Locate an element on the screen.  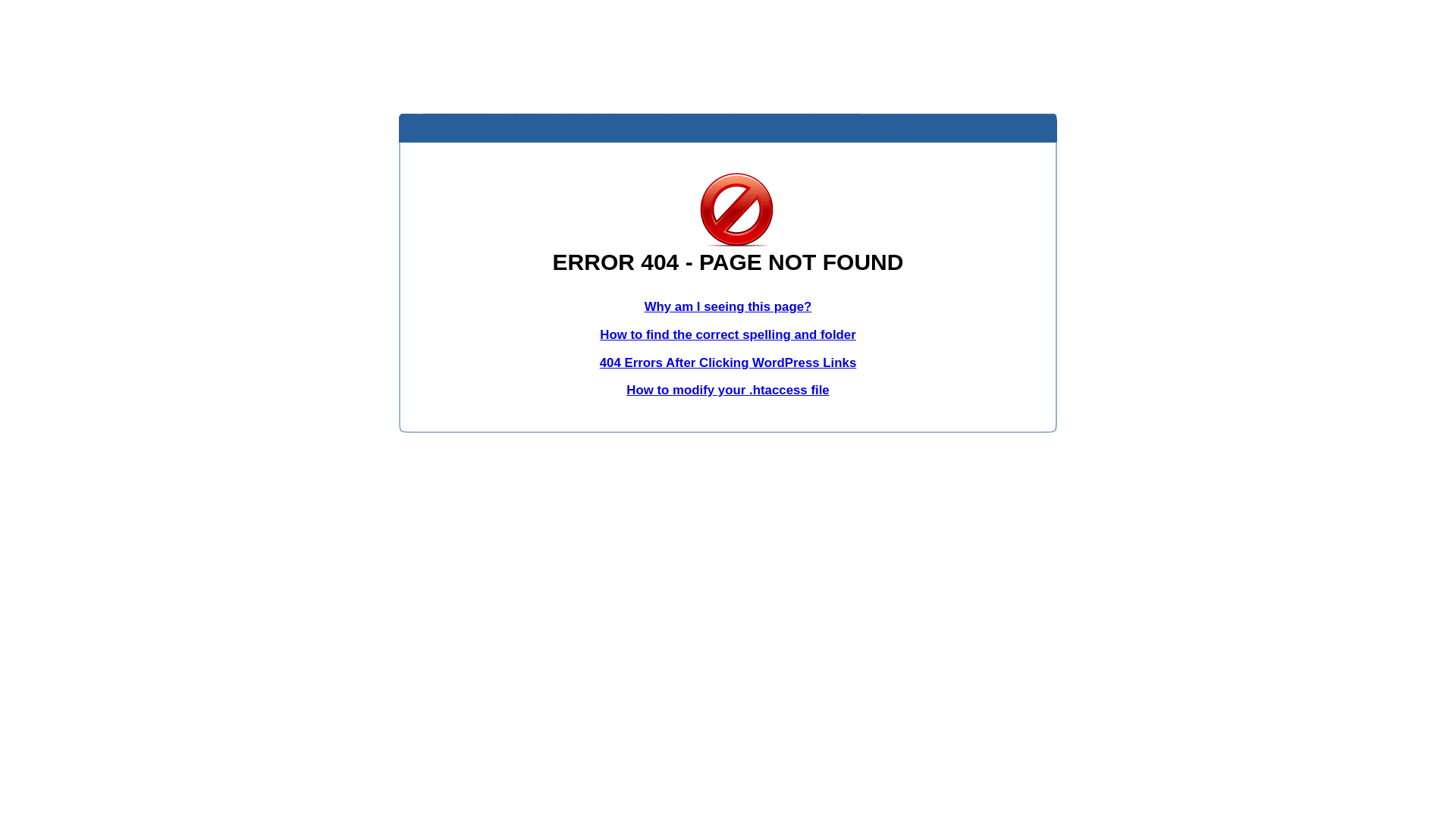
'Why am I seeing this page?' is located at coordinates (728, 306).